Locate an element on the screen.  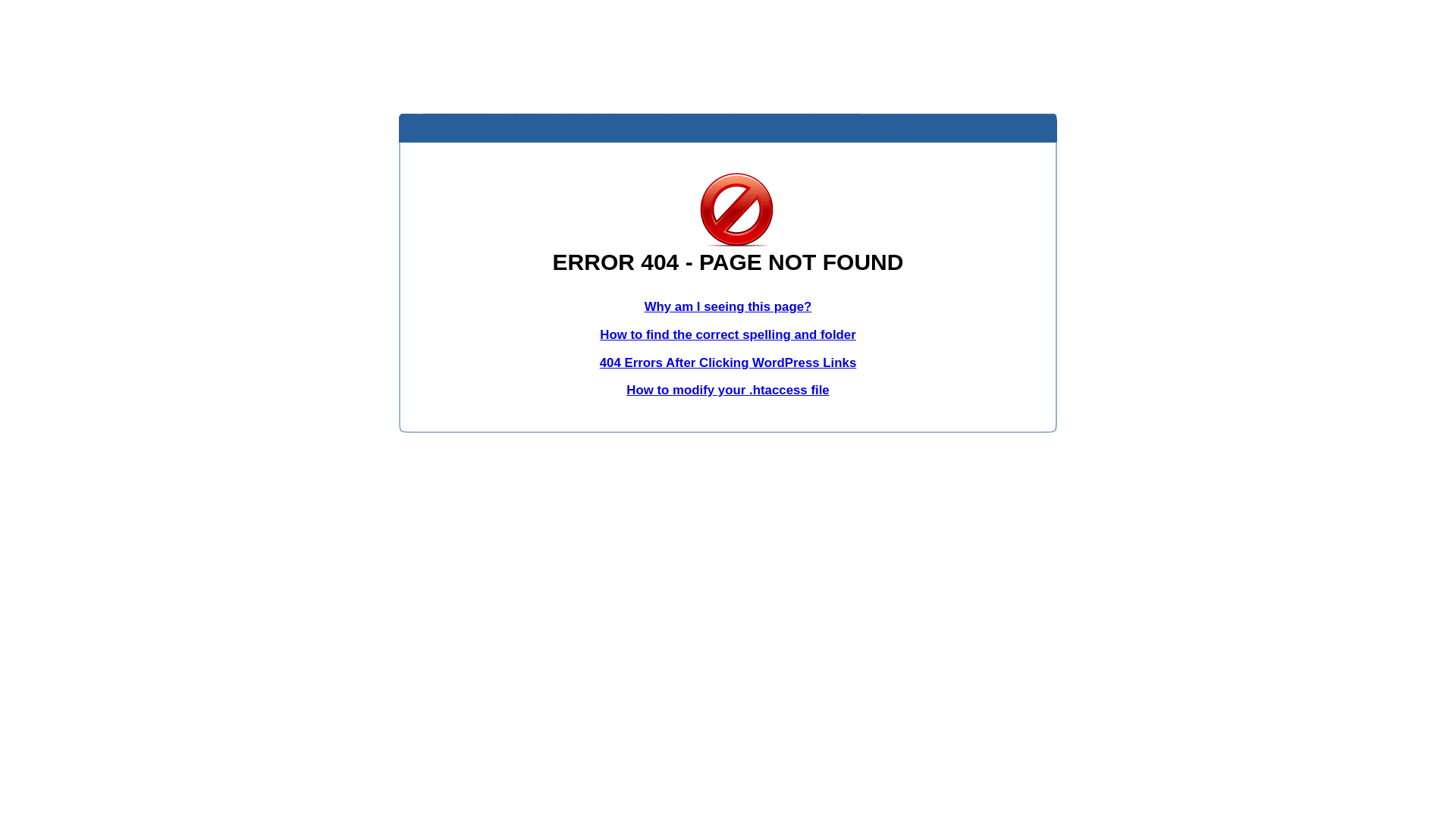
'Why am I seeing this page?' is located at coordinates (728, 306).